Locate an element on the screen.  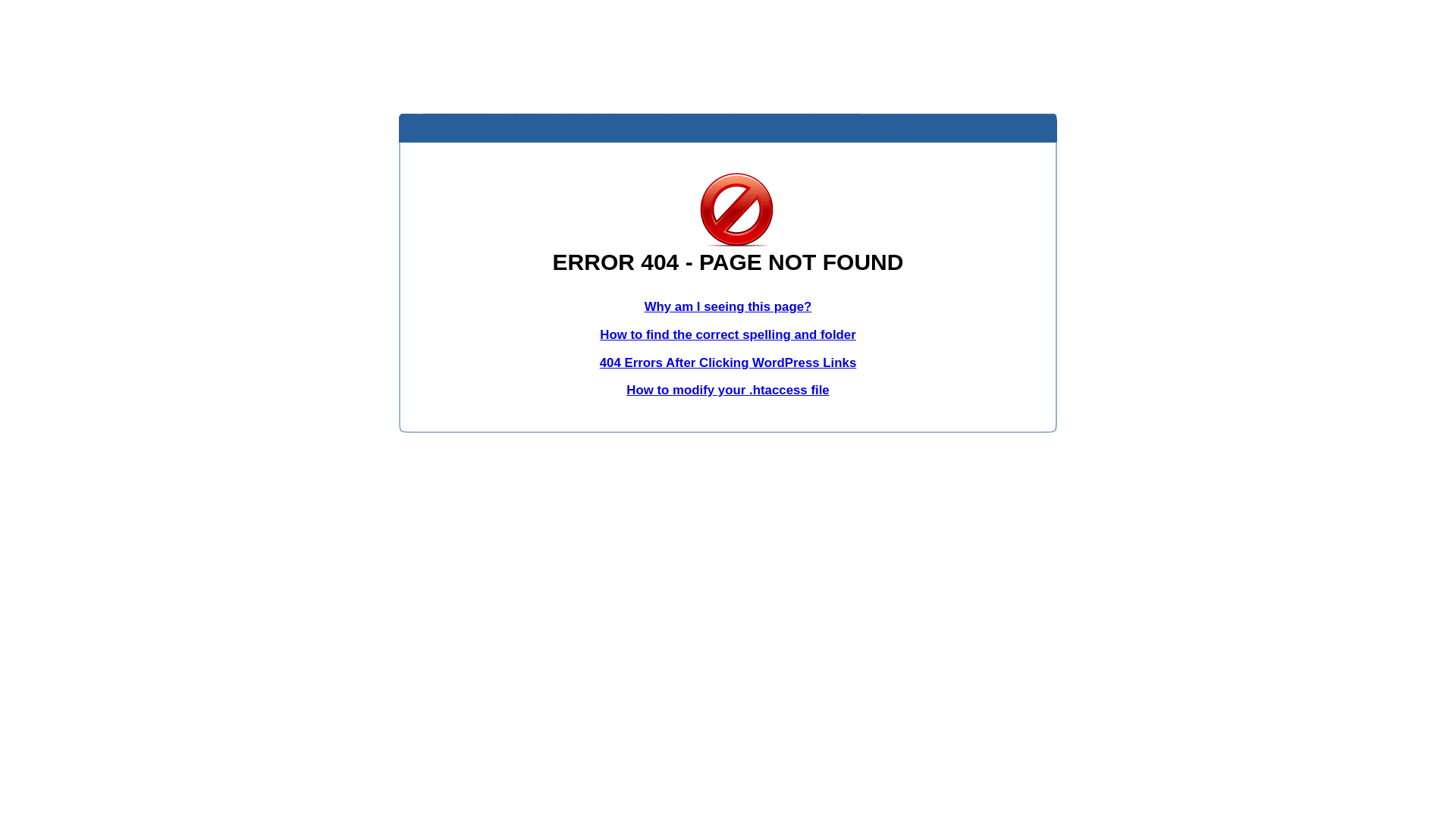
'Why am I seeing this page?' is located at coordinates (728, 306).